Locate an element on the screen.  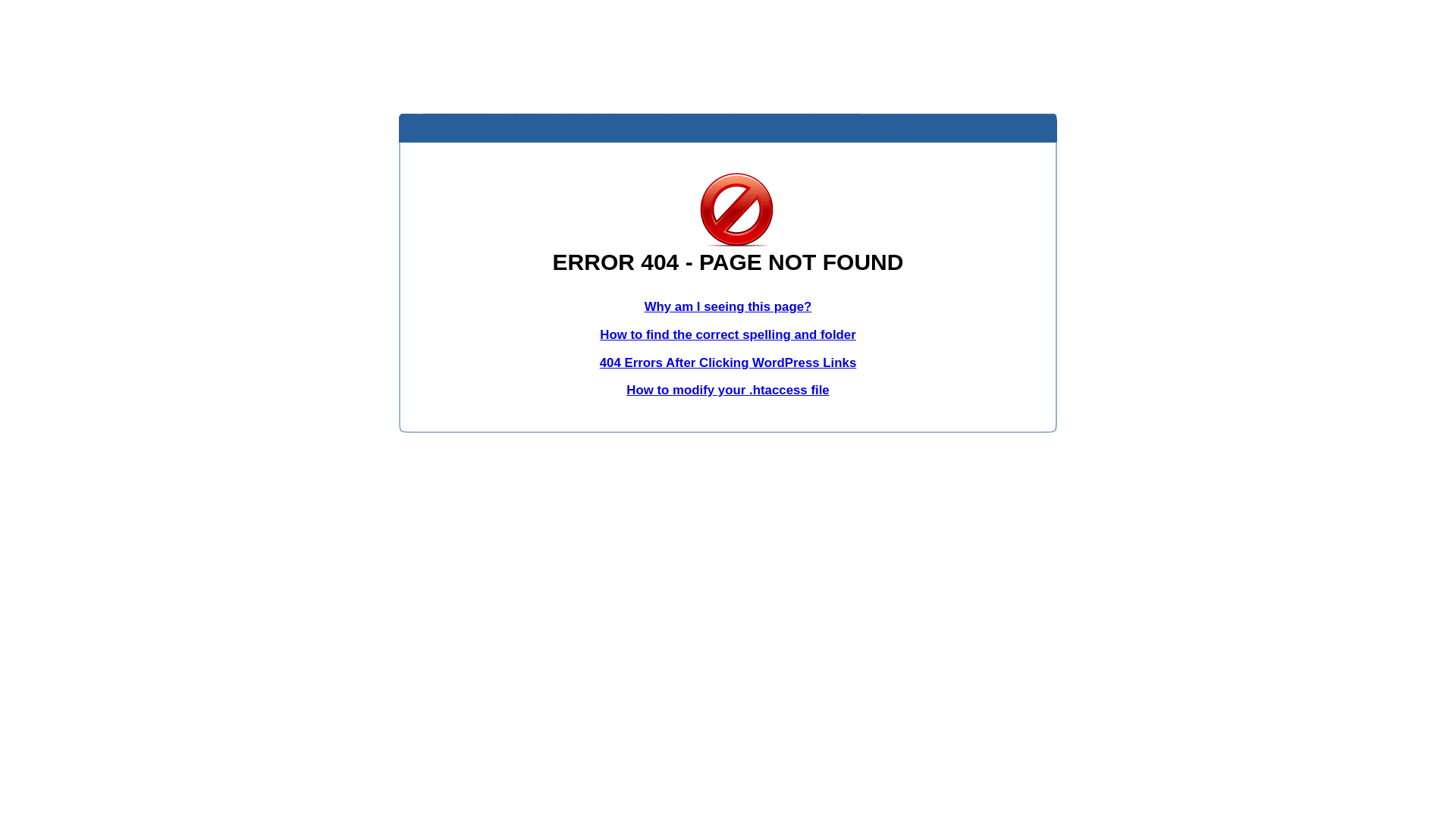
'Why am I seeing this page?' is located at coordinates (728, 306).